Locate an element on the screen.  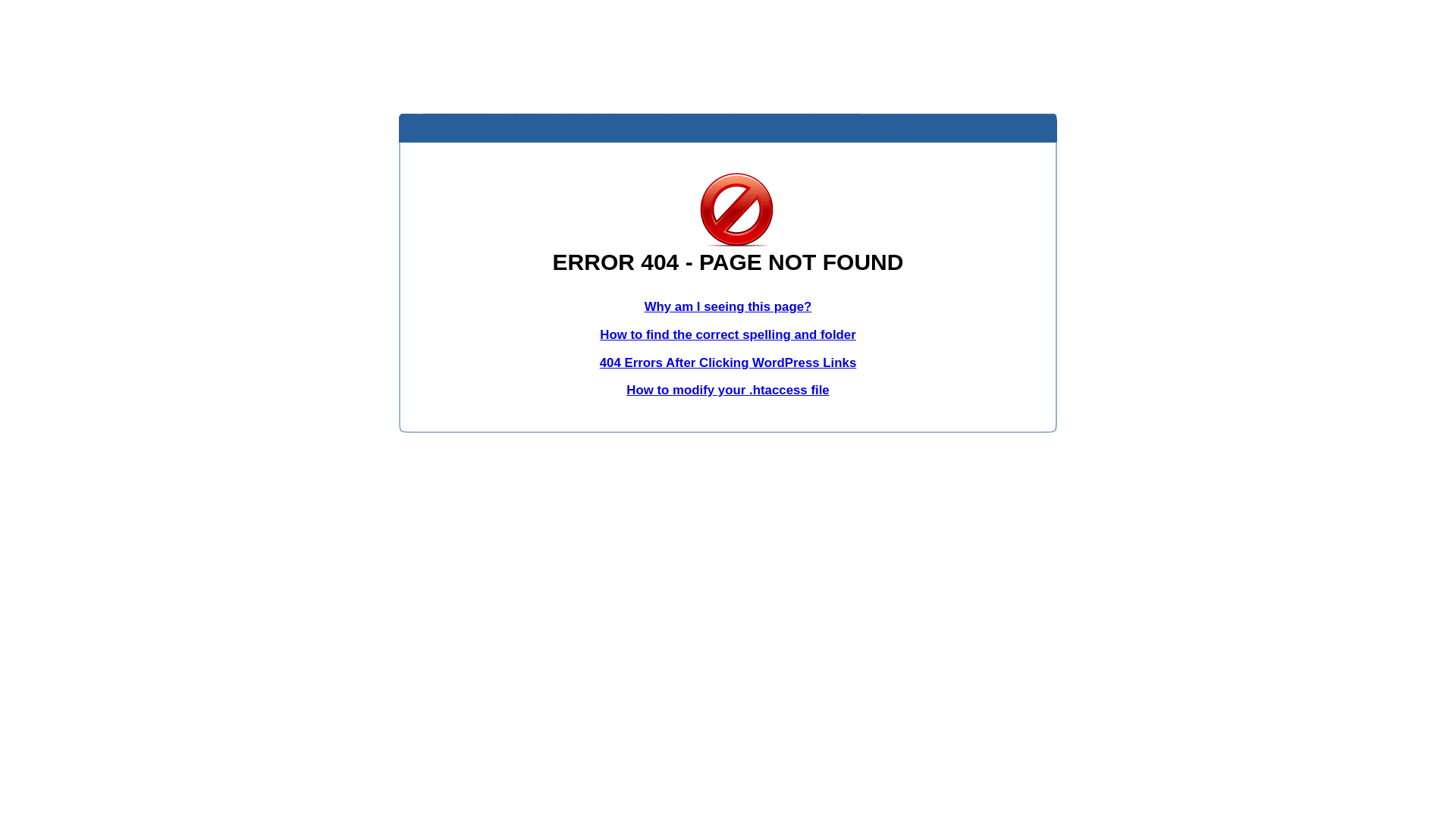
'Why am I seeing this page?' is located at coordinates (728, 306).